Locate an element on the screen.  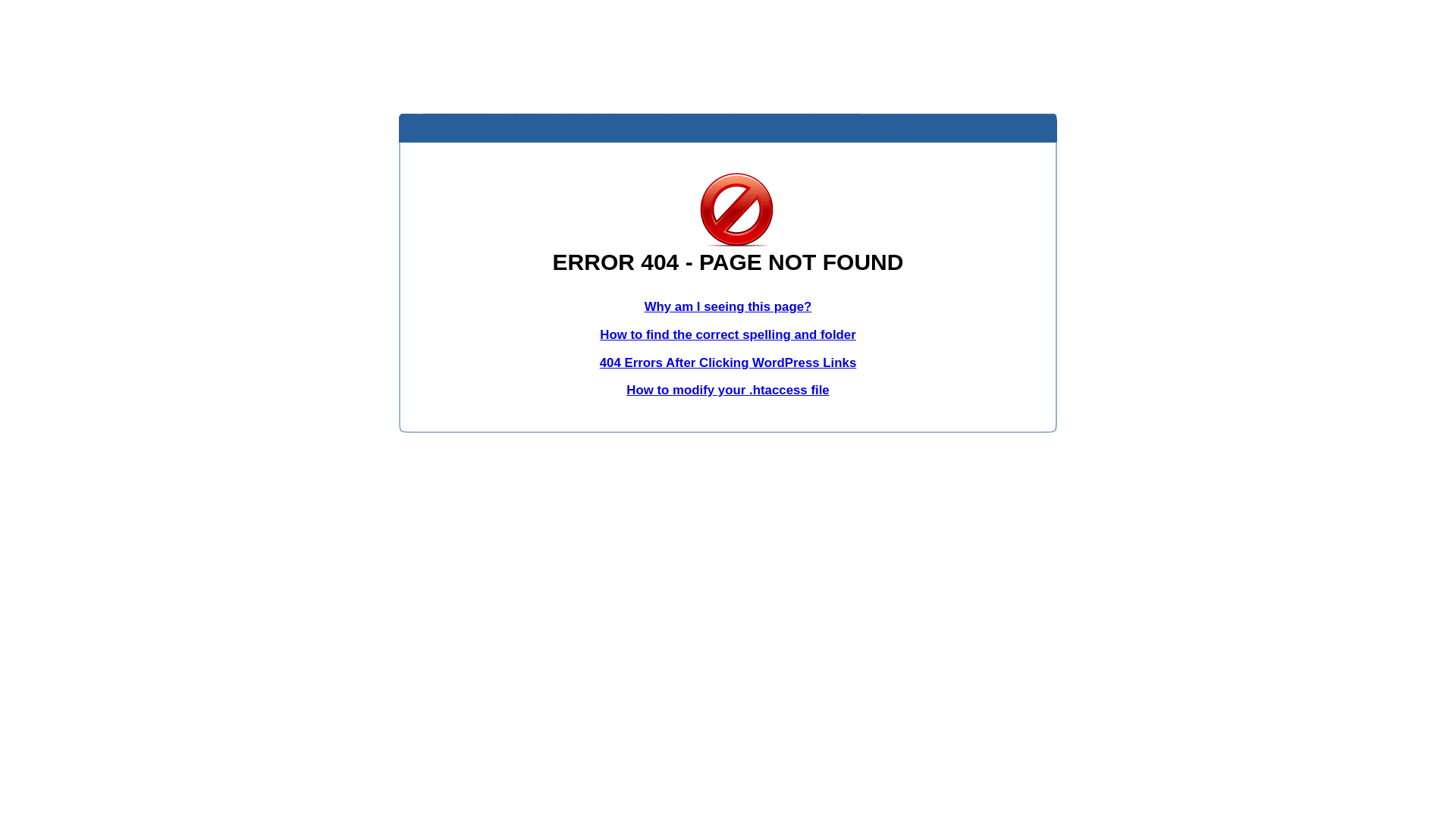
'Why am I seeing this page?' is located at coordinates (728, 306).